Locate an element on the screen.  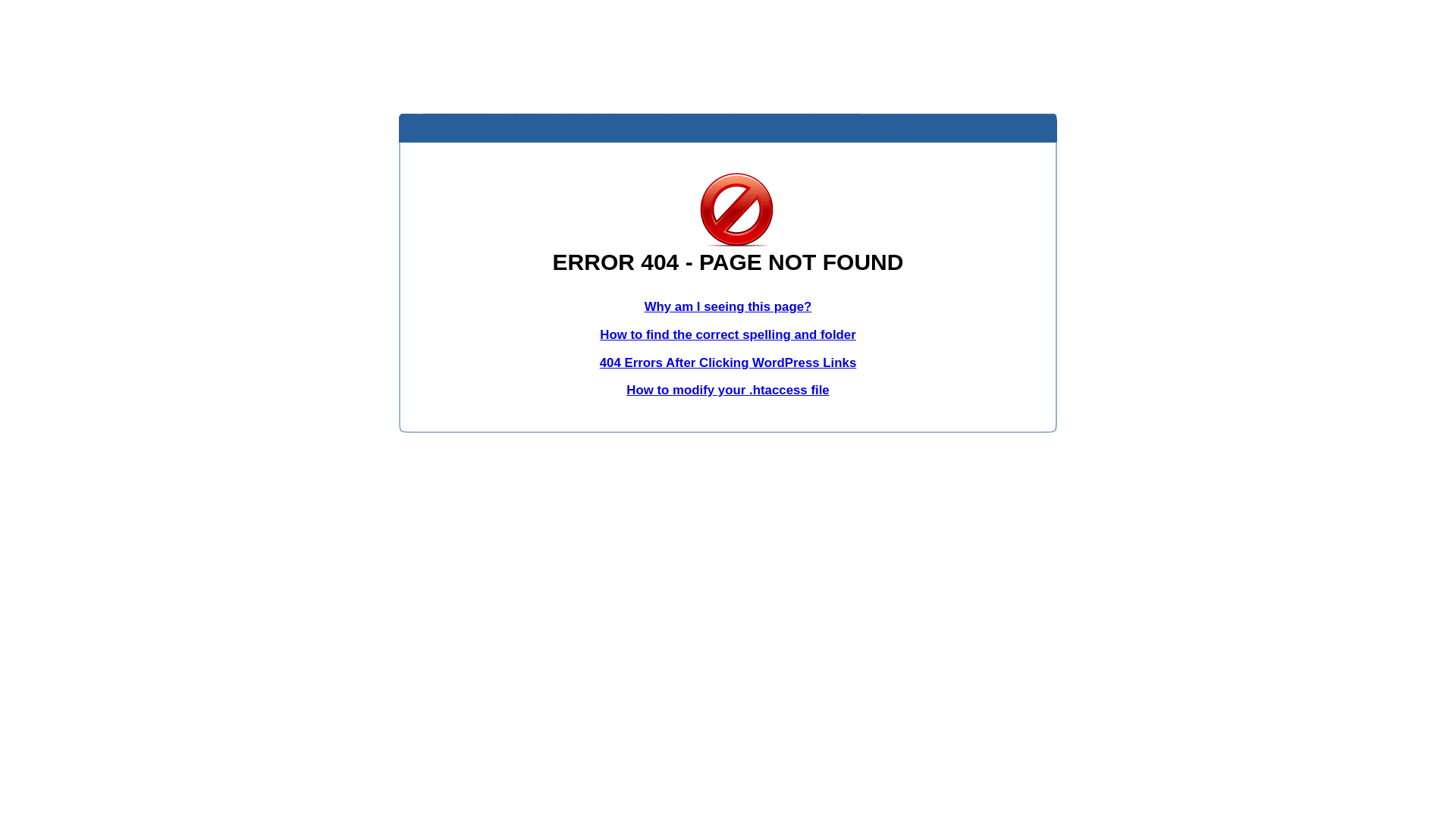
'Why am I seeing this page?' is located at coordinates (728, 306).